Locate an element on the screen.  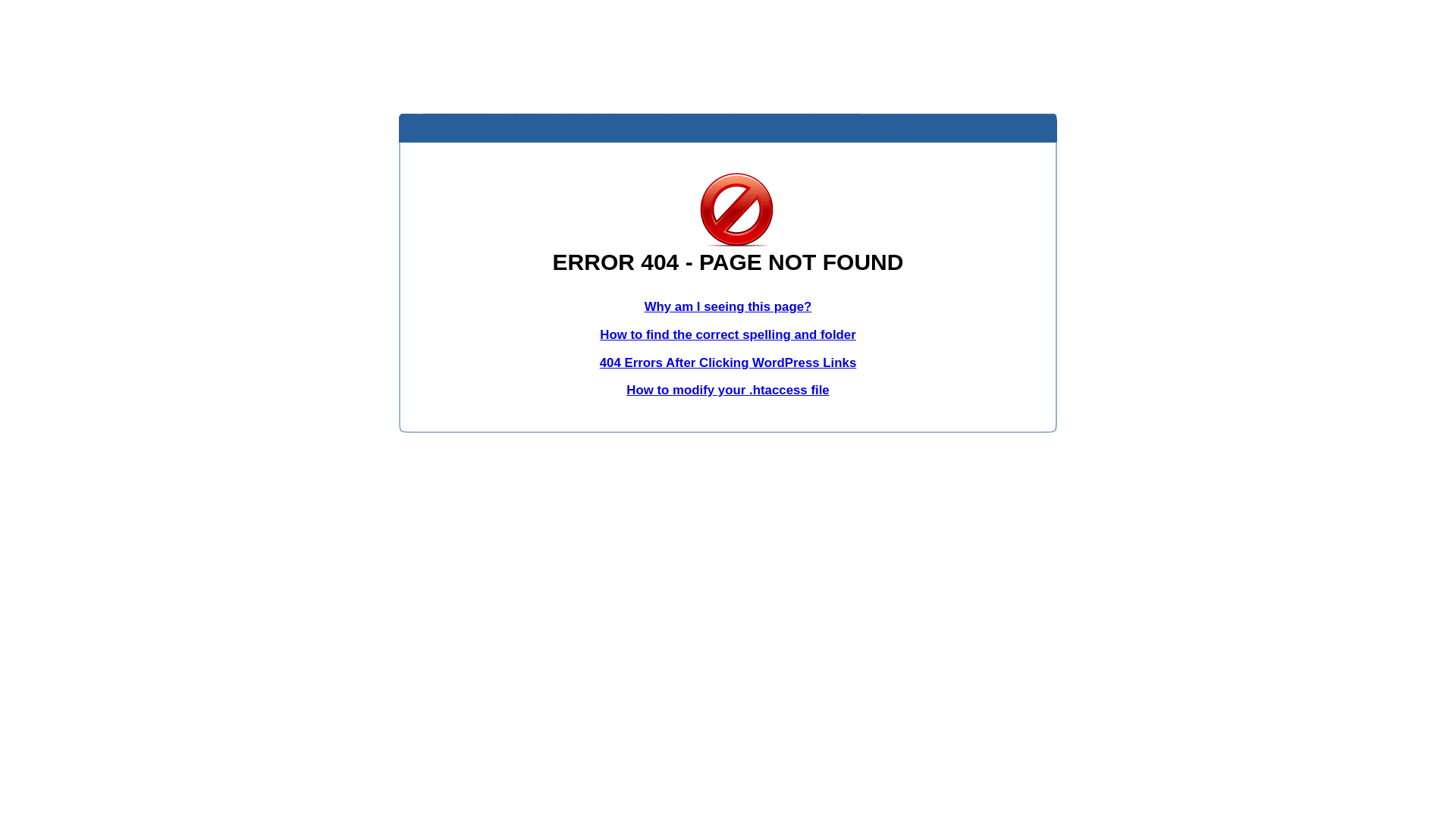
'Why am I seeing this page?' is located at coordinates (728, 306).